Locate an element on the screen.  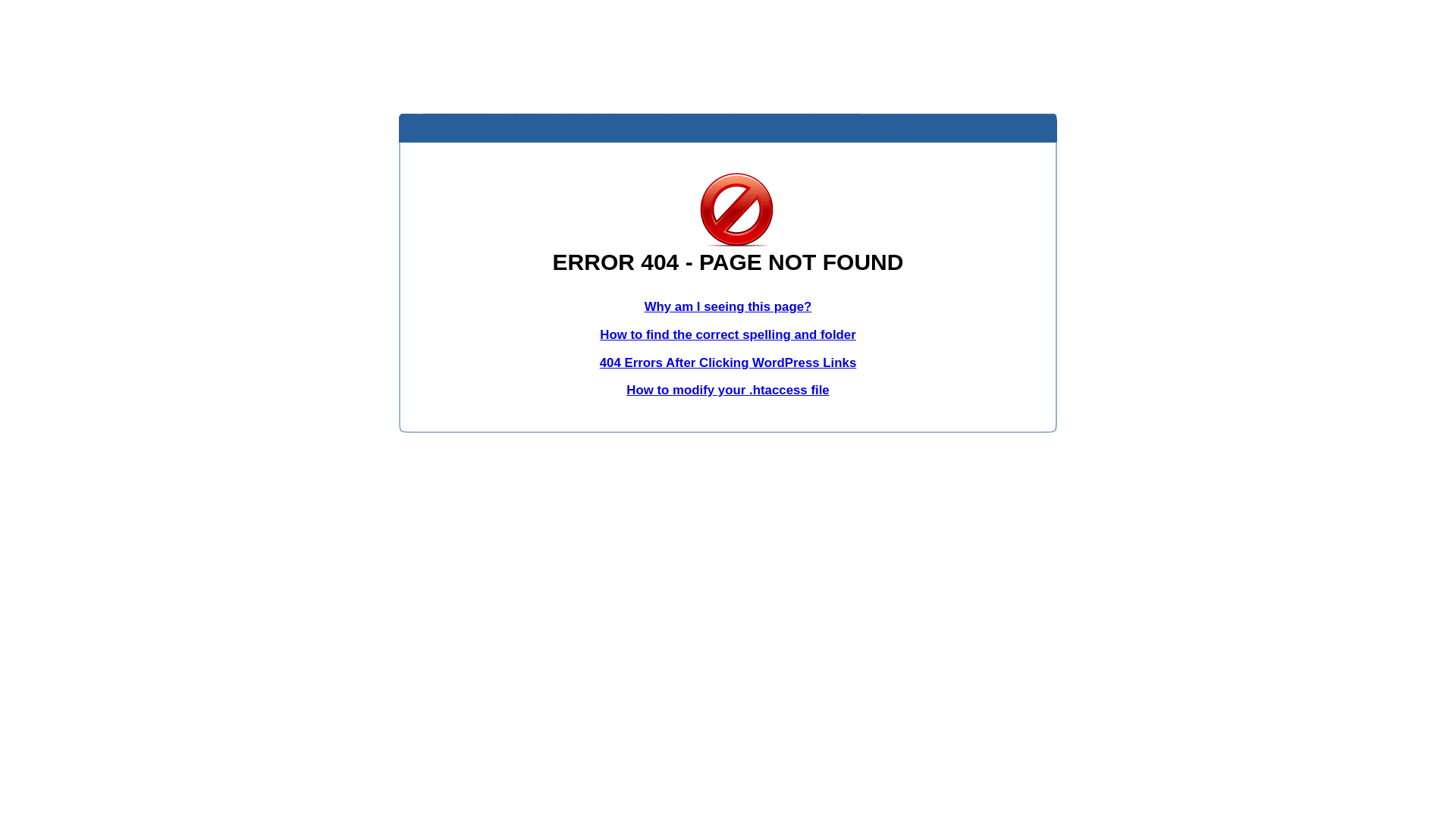
'Why am I seeing this page?' is located at coordinates (728, 306).